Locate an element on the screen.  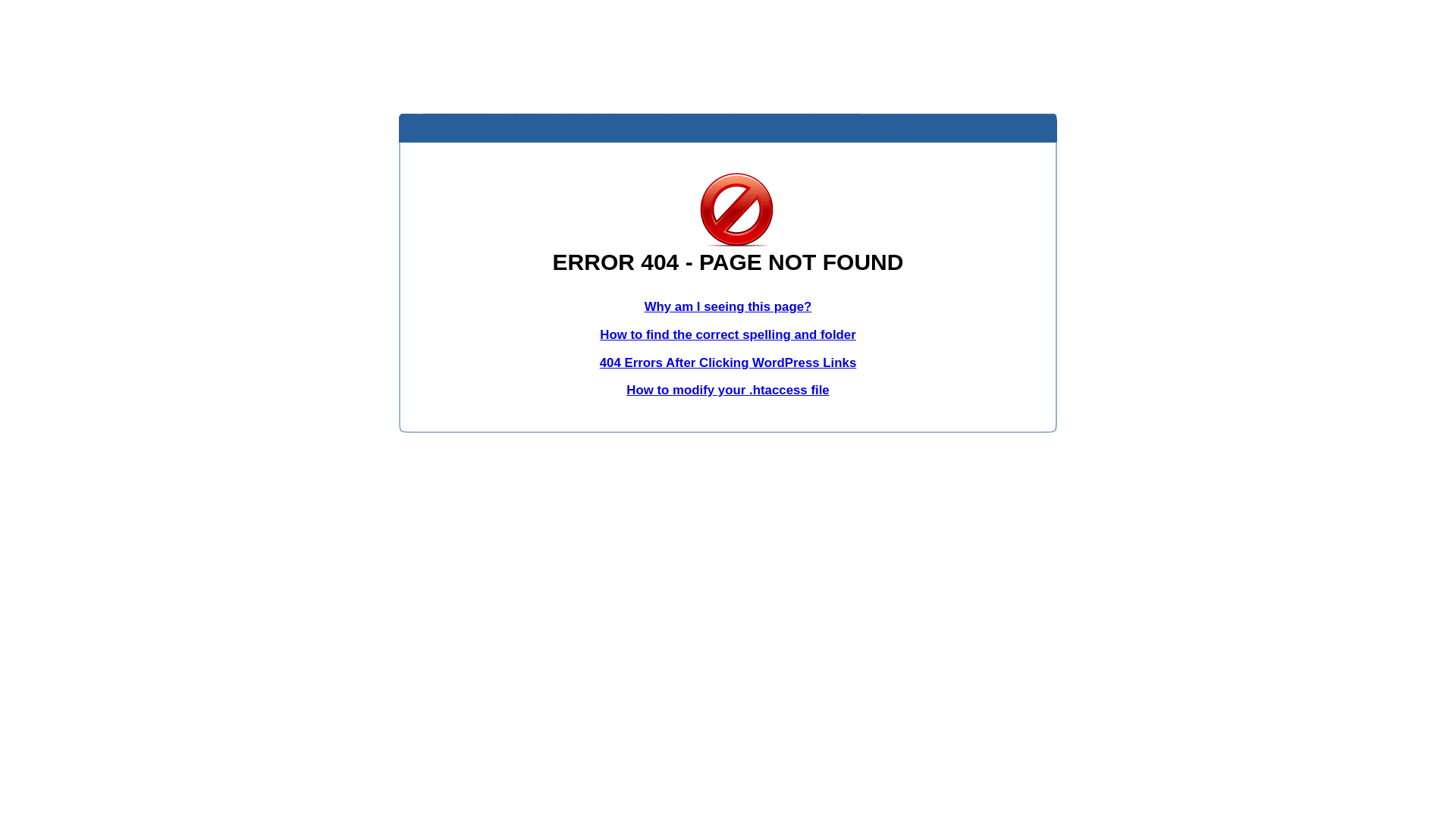
'Why am I seeing this page?' is located at coordinates (728, 306).